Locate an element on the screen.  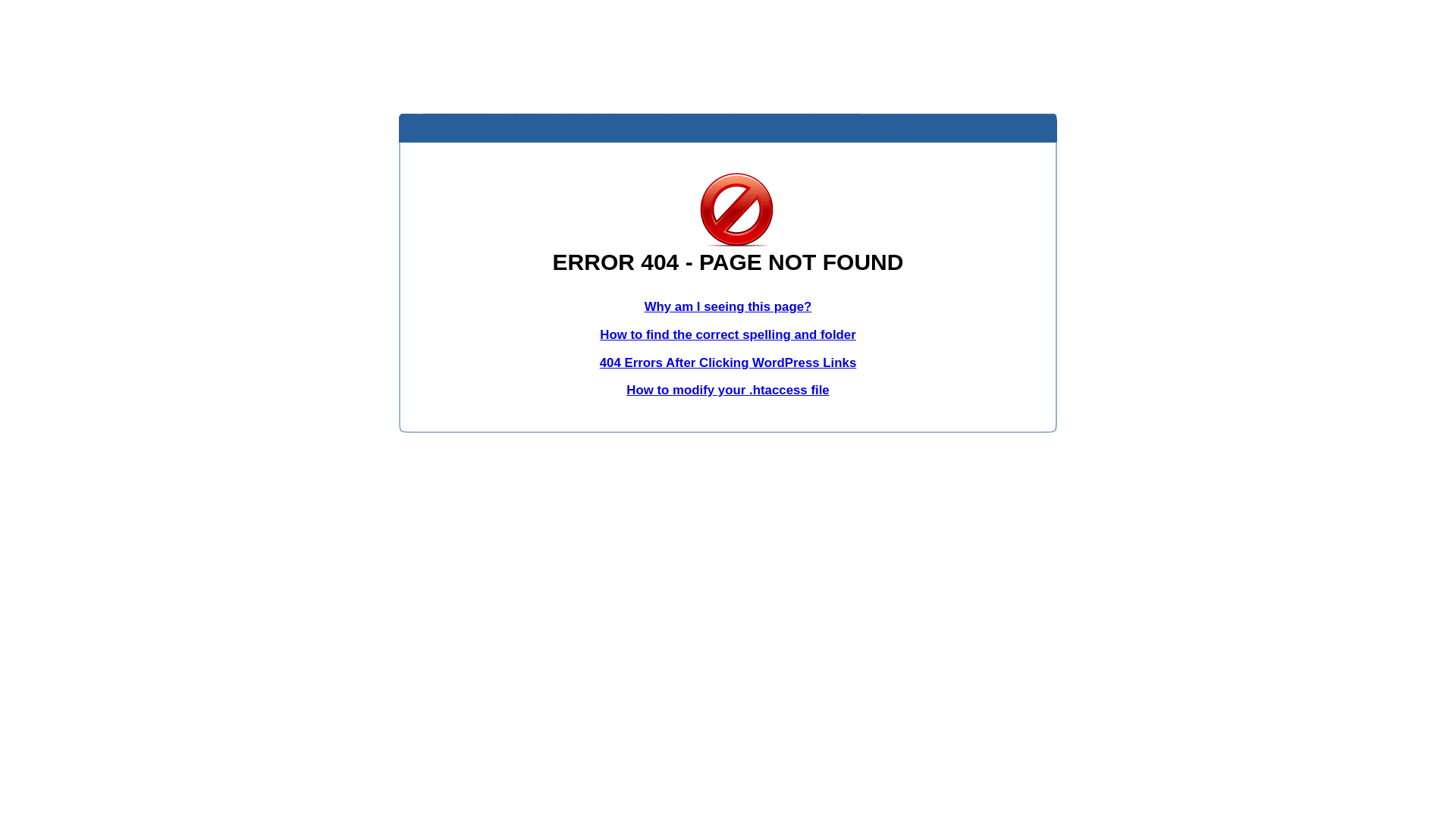
'Why am I seeing this page?' is located at coordinates (728, 306).